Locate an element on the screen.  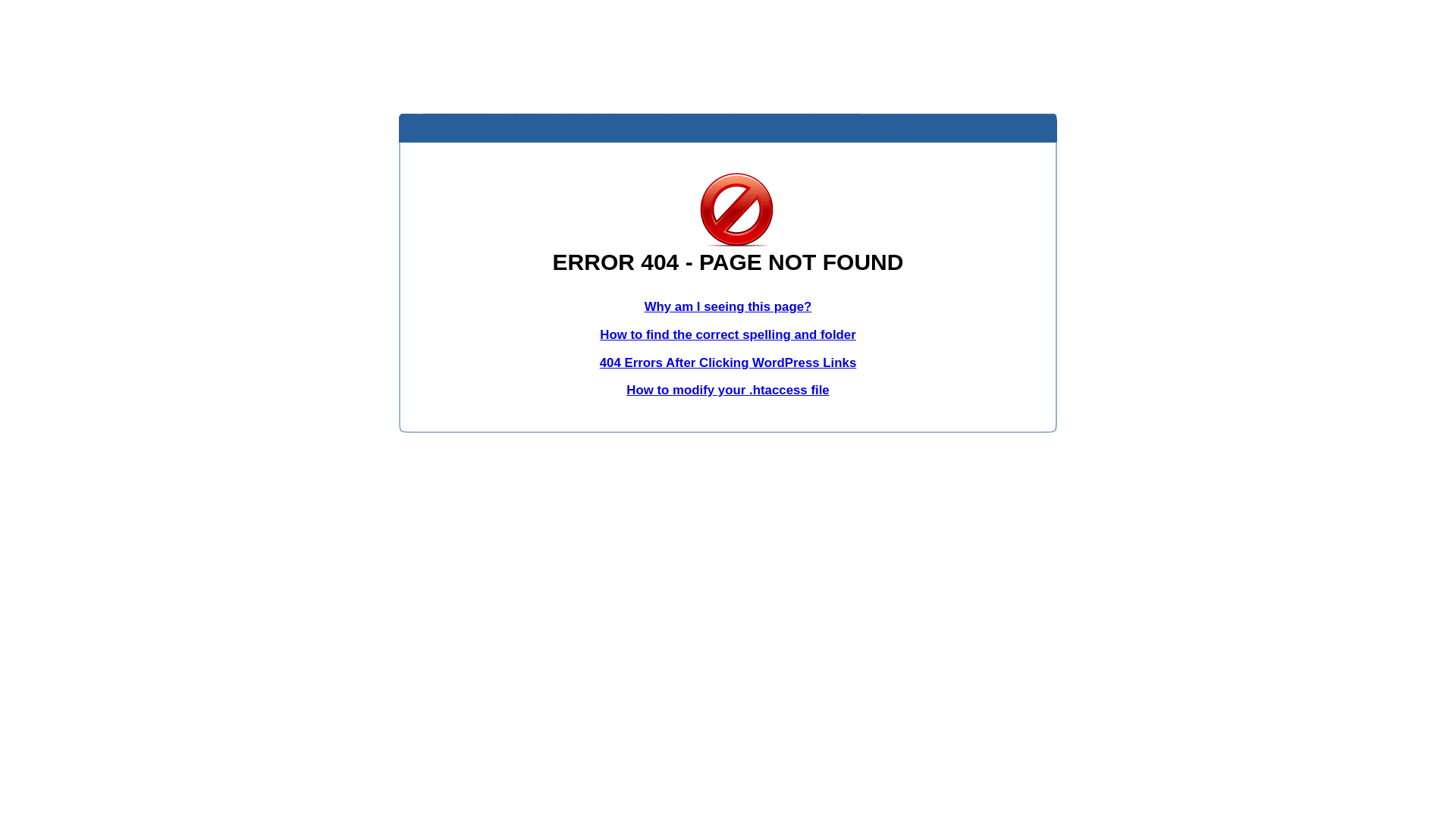
'Why am I seeing this page?' is located at coordinates (728, 306).